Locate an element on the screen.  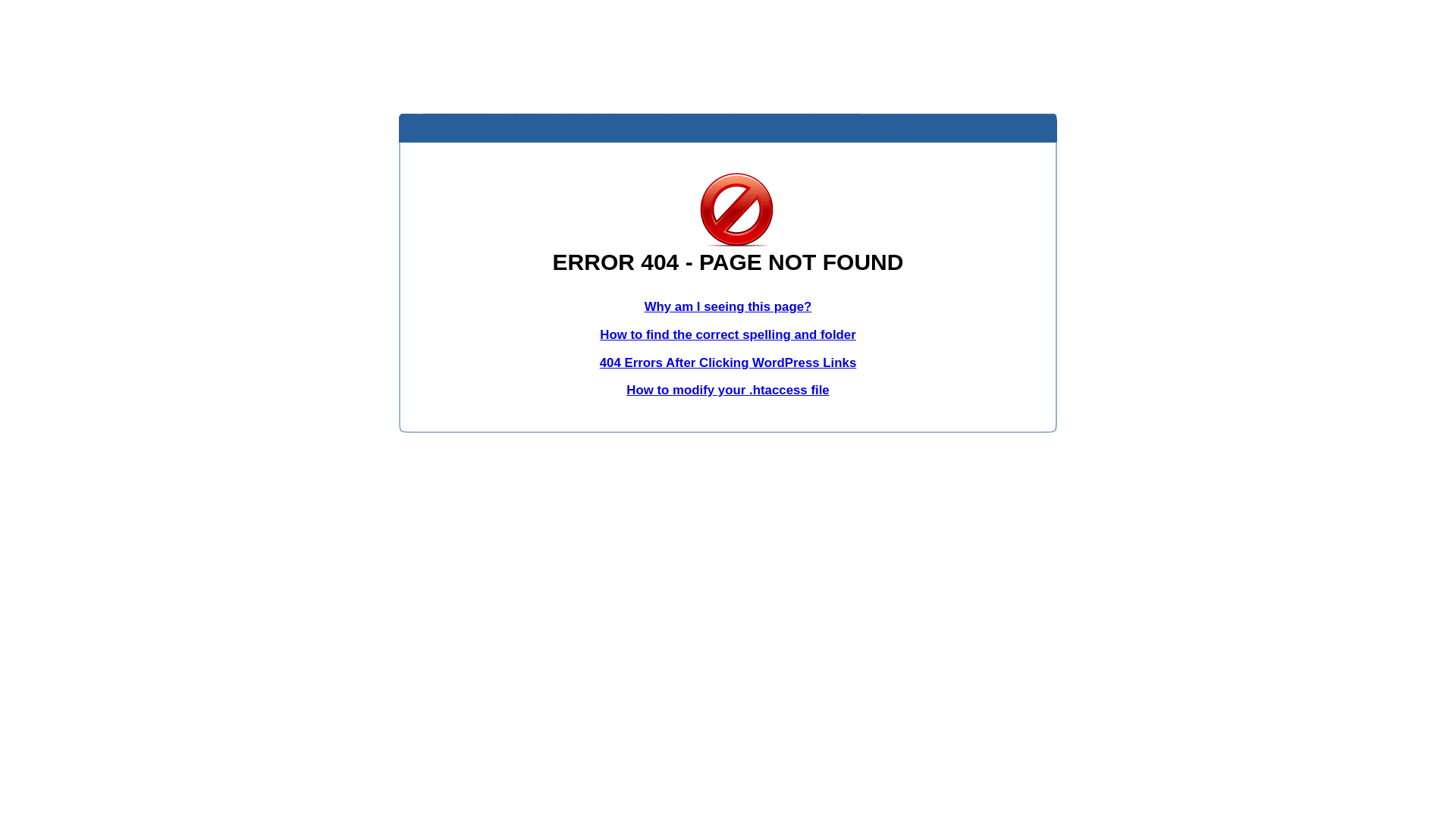
'Why am I seeing this page?' is located at coordinates (728, 306).